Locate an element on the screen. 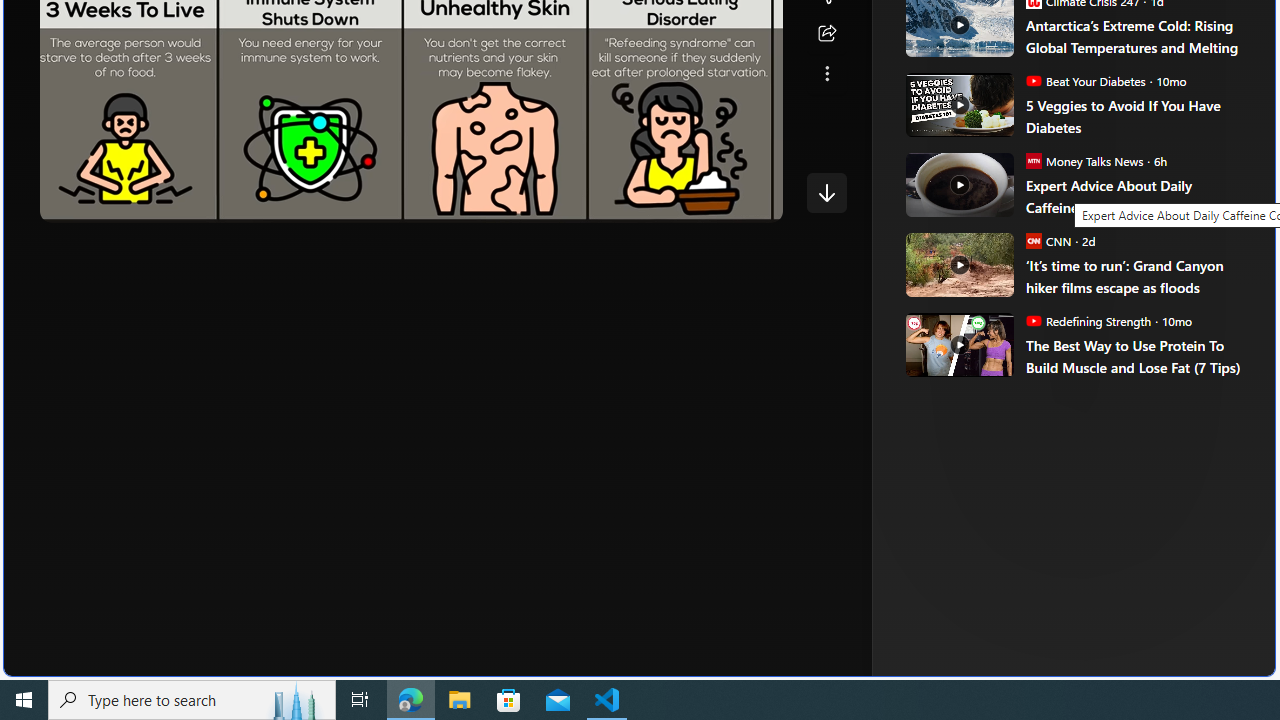  'Redefining Strength' is located at coordinates (1033, 319).